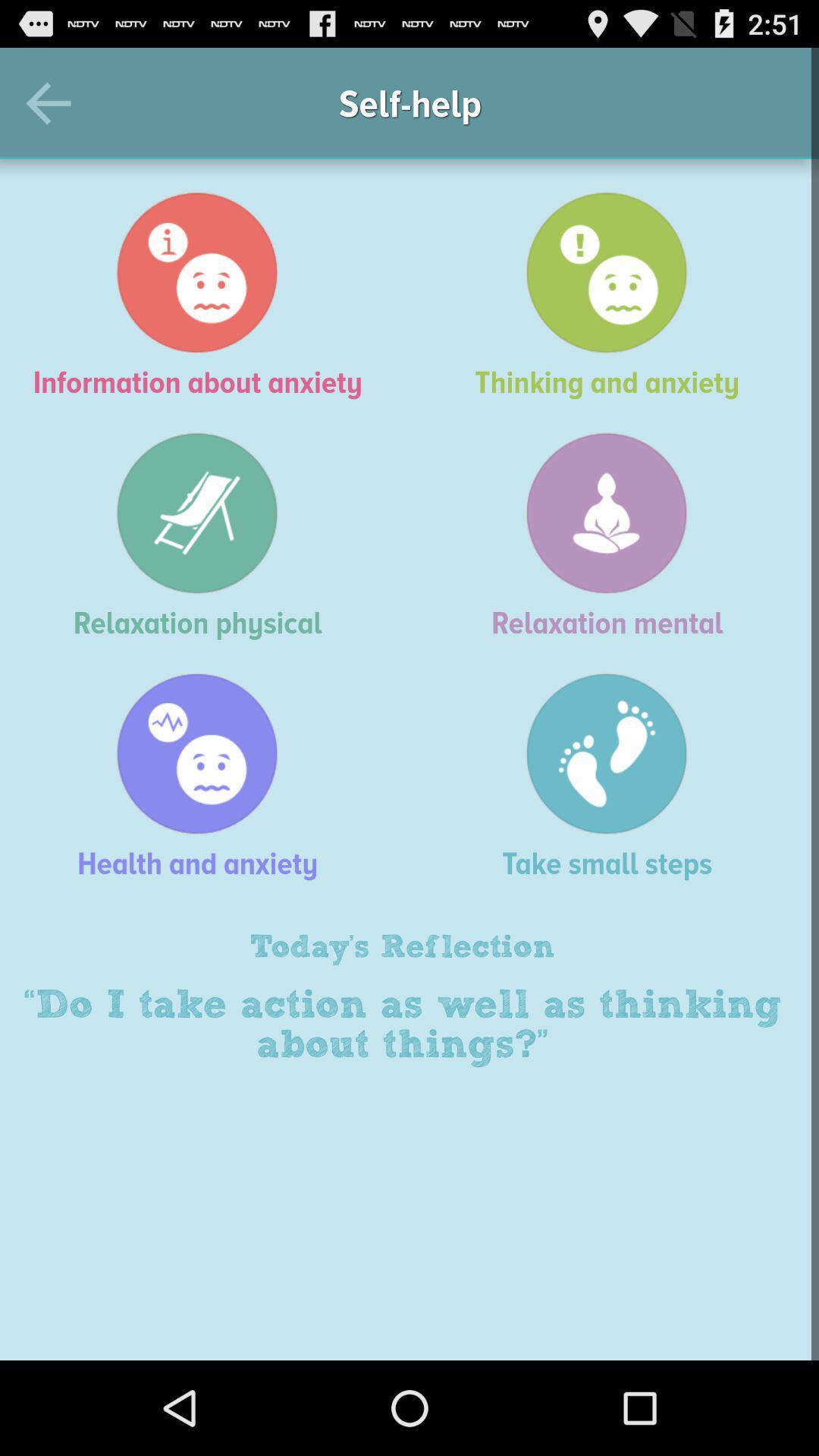 The height and width of the screenshot is (1456, 819). Describe the element at coordinates (205, 295) in the screenshot. I see `the item to the left of the thinking and anxiety item` at that location.